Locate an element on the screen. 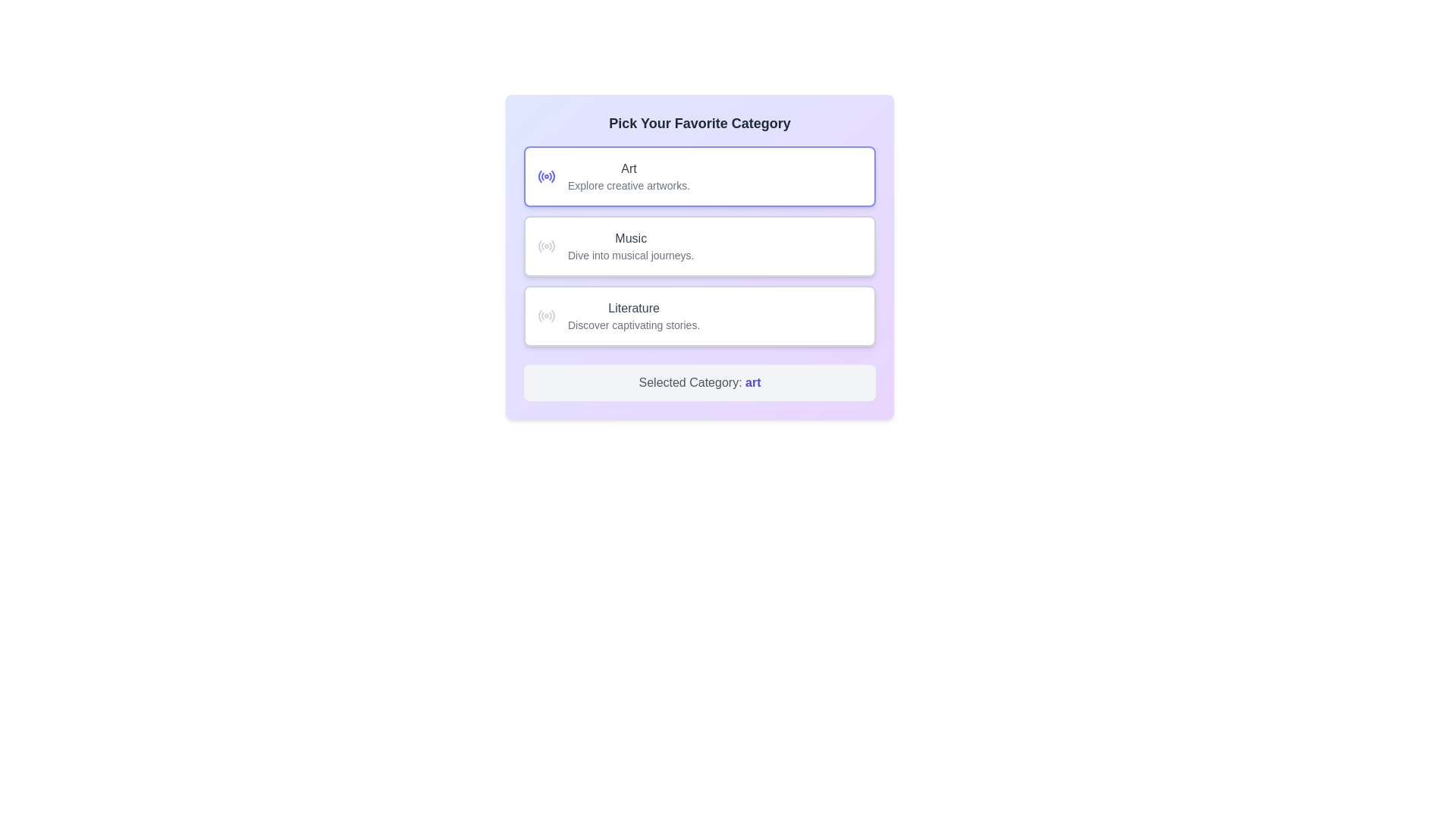  the text display that reads 'Selected Category: art', which features a medium-weight gray font with the word 'art' in bold indigo, located near the bottom center of the category selection panel is located at coordinates (698, 382).